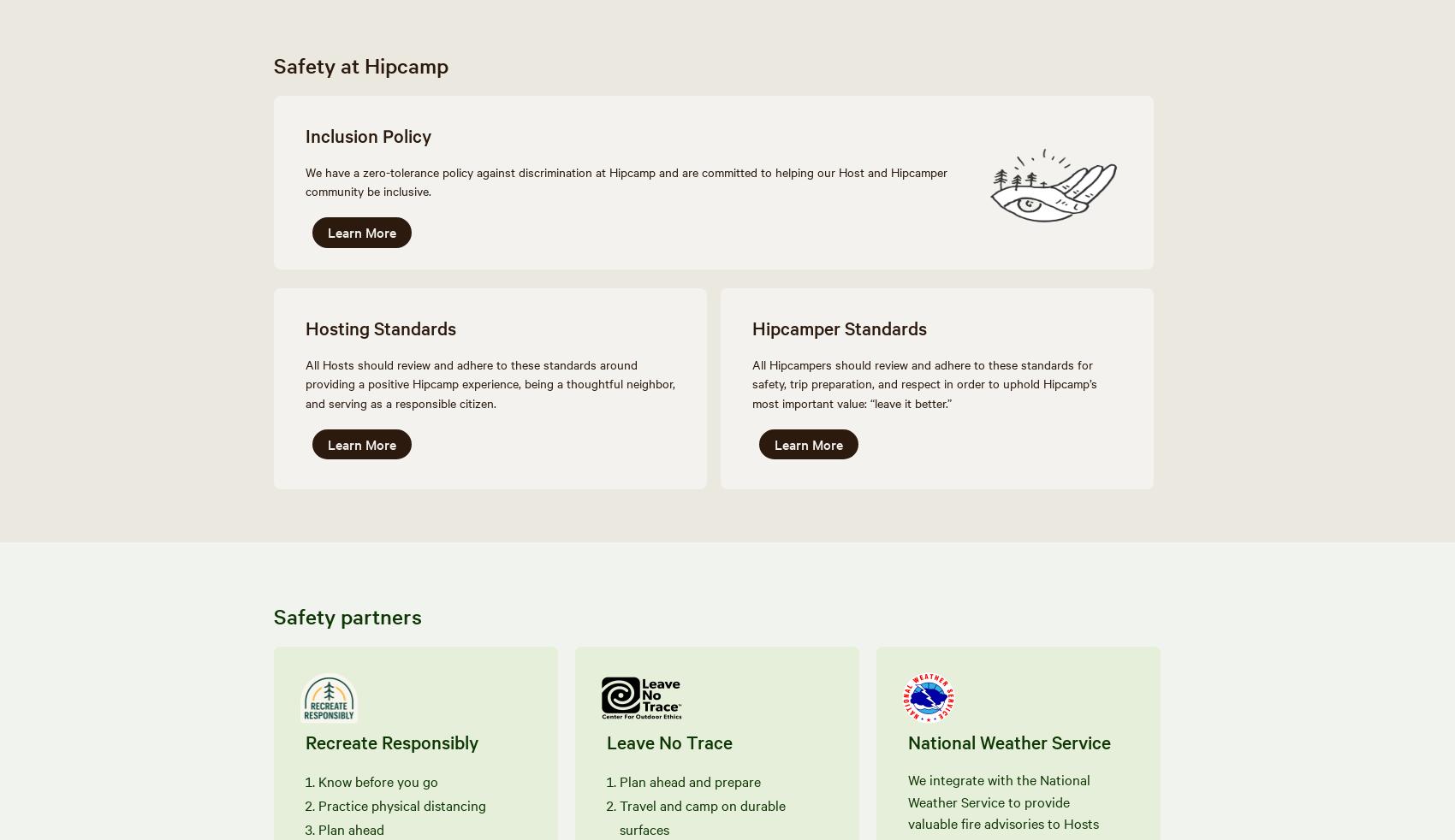 The image size is (1455, 840). What do you see at coordinates (347, 614) in the screenshot?
I see `'Safety partners'` at bounding box center [347, 614].